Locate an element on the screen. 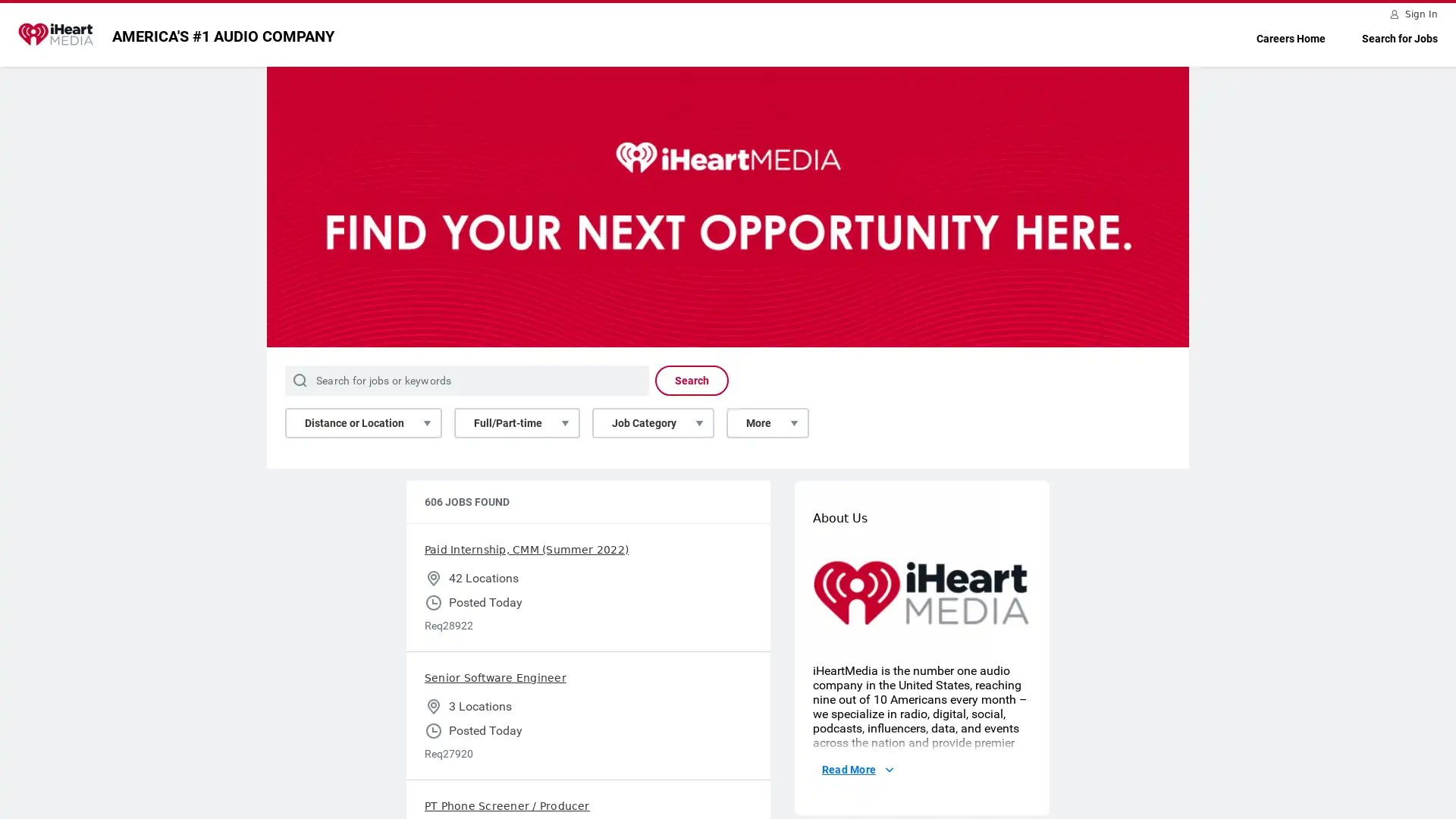 This screenshot has width=1456, height=819. Read More About Us is located at coordinates (856, 769).